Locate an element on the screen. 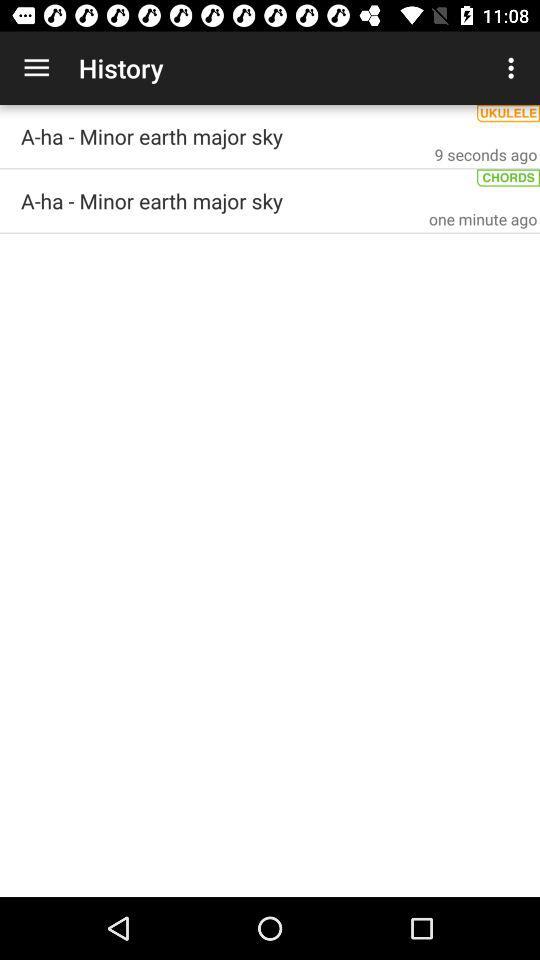  app to the right of the history is located at coordinates (513, 68).